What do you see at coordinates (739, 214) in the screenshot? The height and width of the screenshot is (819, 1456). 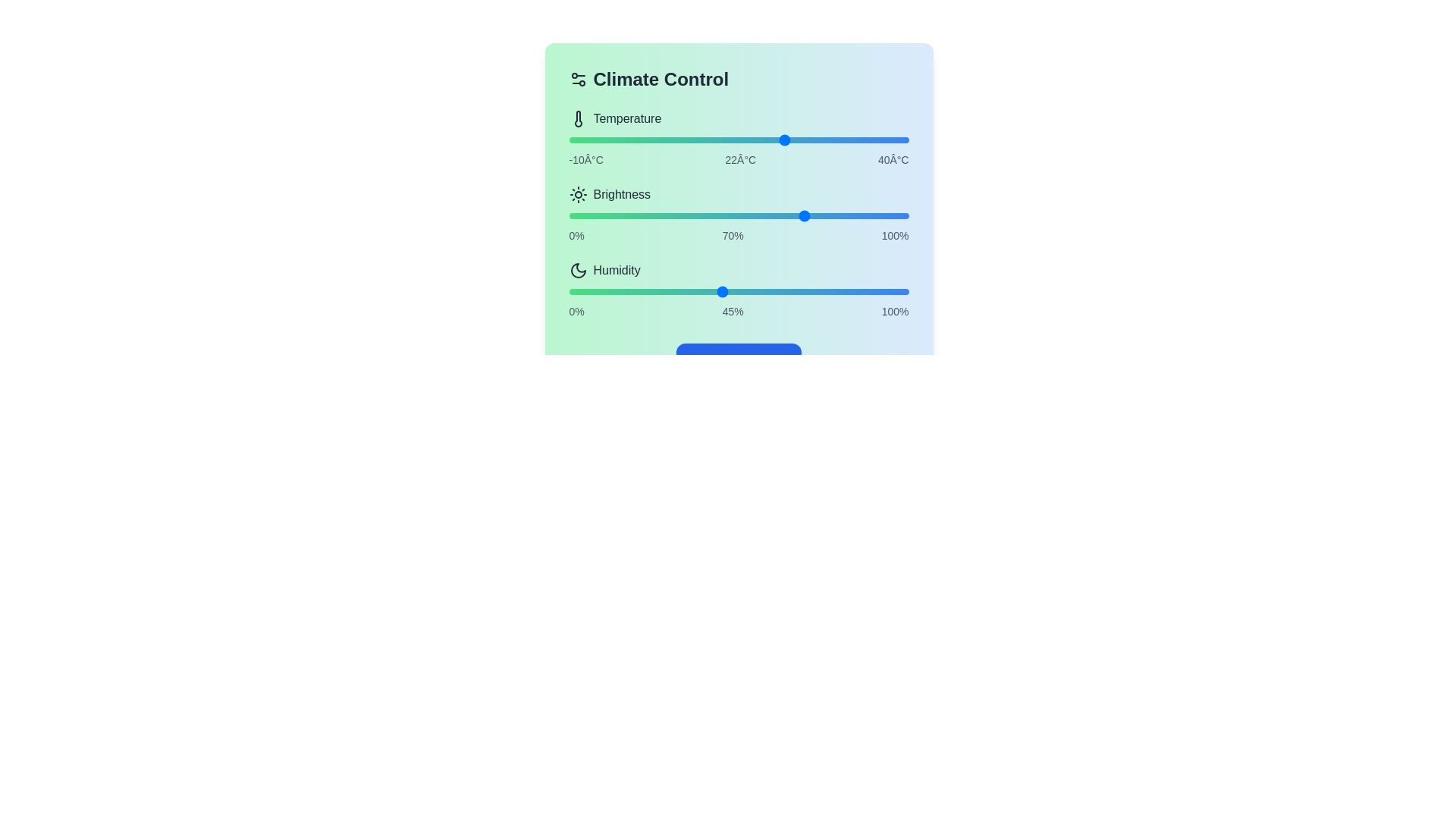 I see `the sliders in the Climate Control section` at bounding box center [739, 214].